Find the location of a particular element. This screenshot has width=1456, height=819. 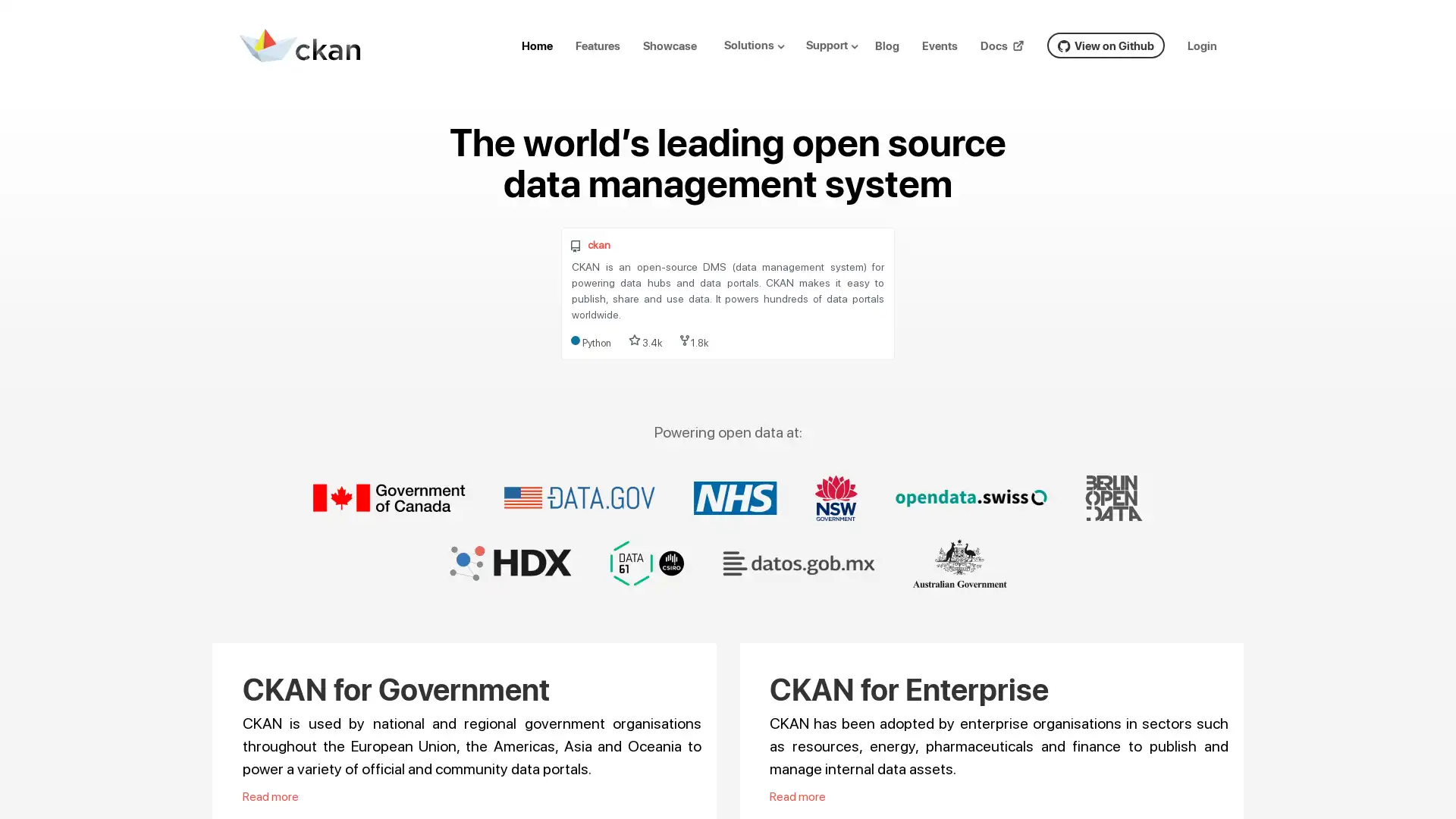

Solutions is located at coordinates (761, 44).